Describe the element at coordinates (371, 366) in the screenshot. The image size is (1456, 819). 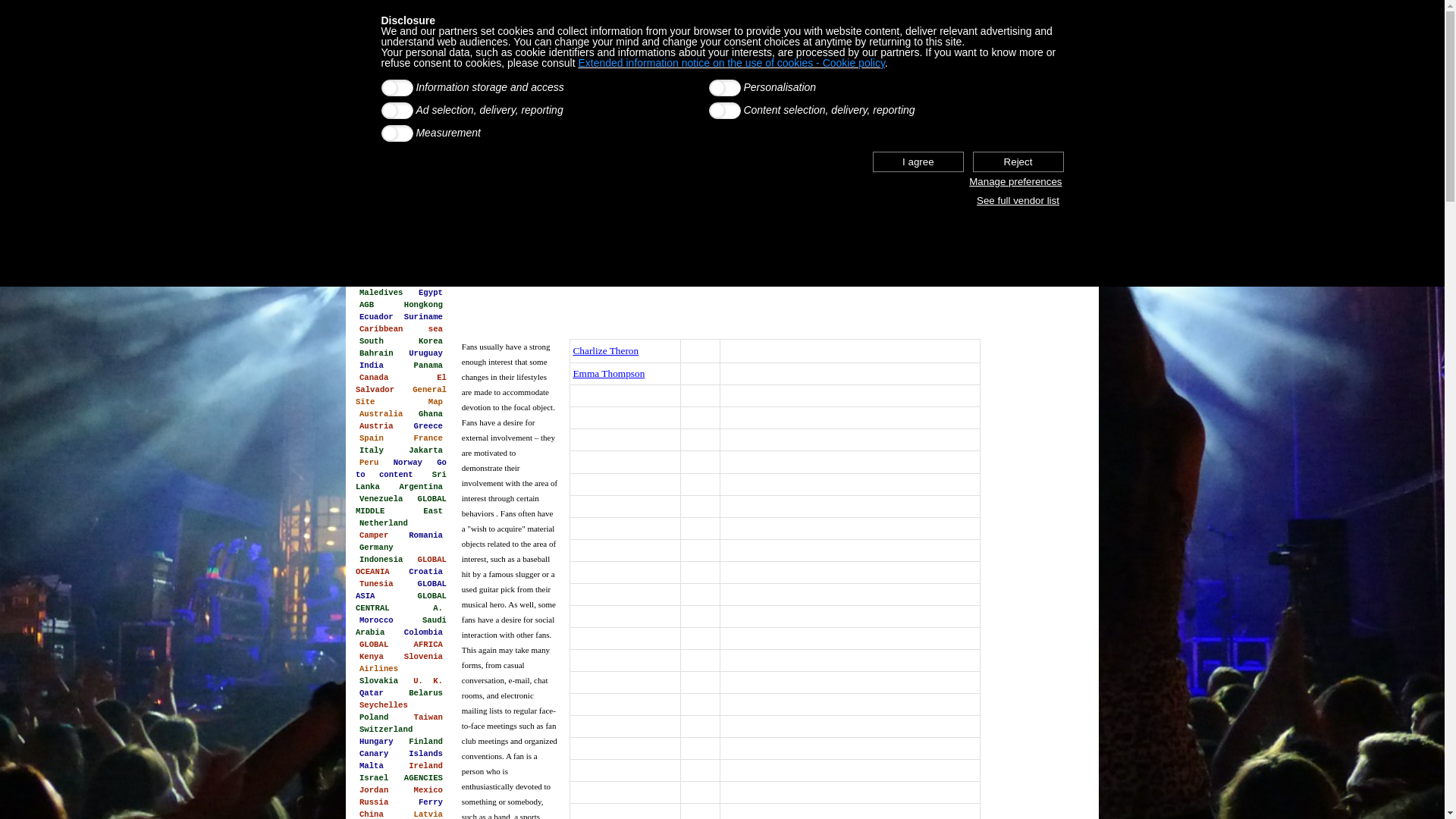
I see `'India'` at that location.